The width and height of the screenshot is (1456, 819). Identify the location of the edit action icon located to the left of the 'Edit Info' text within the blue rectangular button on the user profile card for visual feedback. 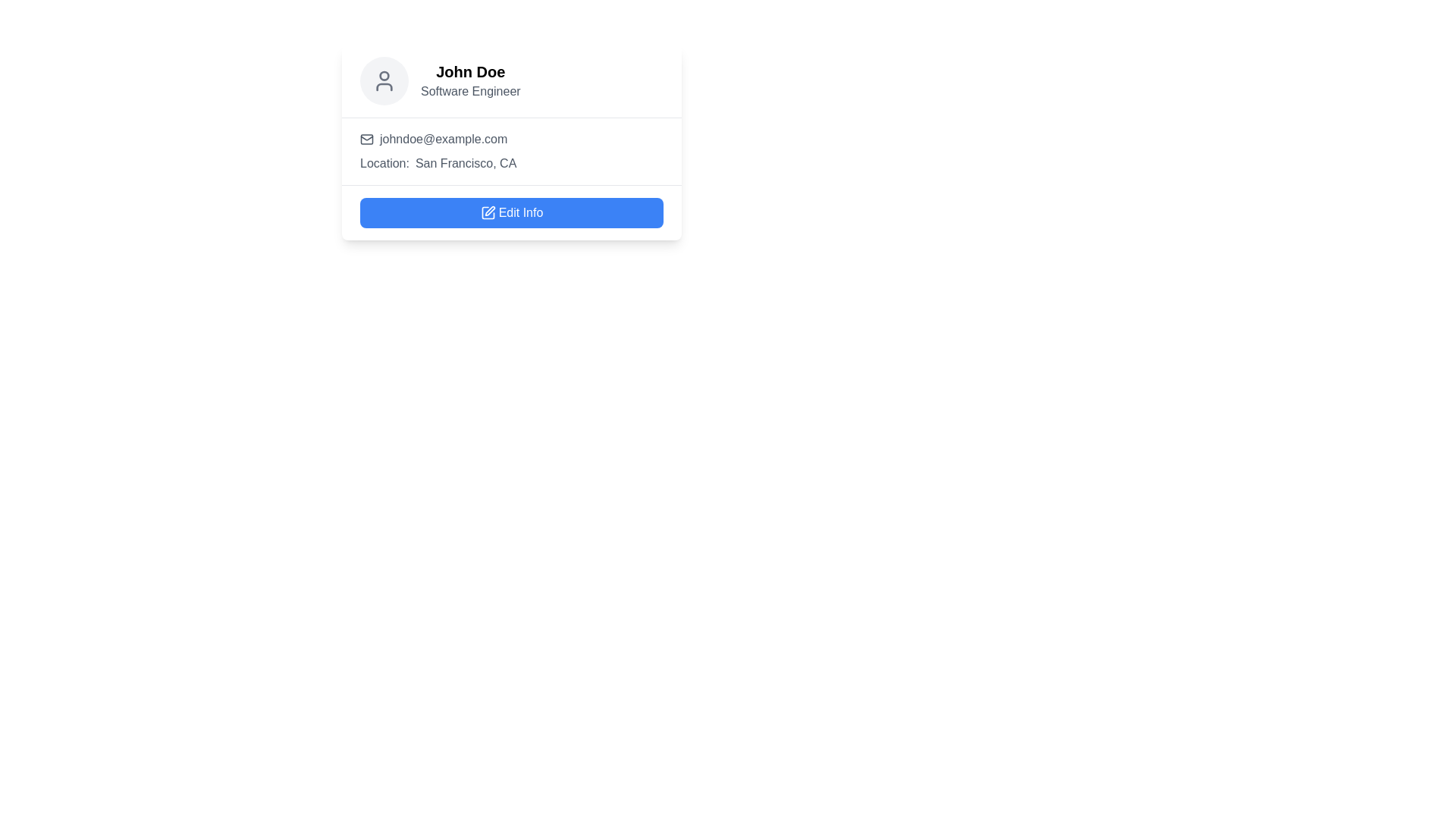
(490, 211).